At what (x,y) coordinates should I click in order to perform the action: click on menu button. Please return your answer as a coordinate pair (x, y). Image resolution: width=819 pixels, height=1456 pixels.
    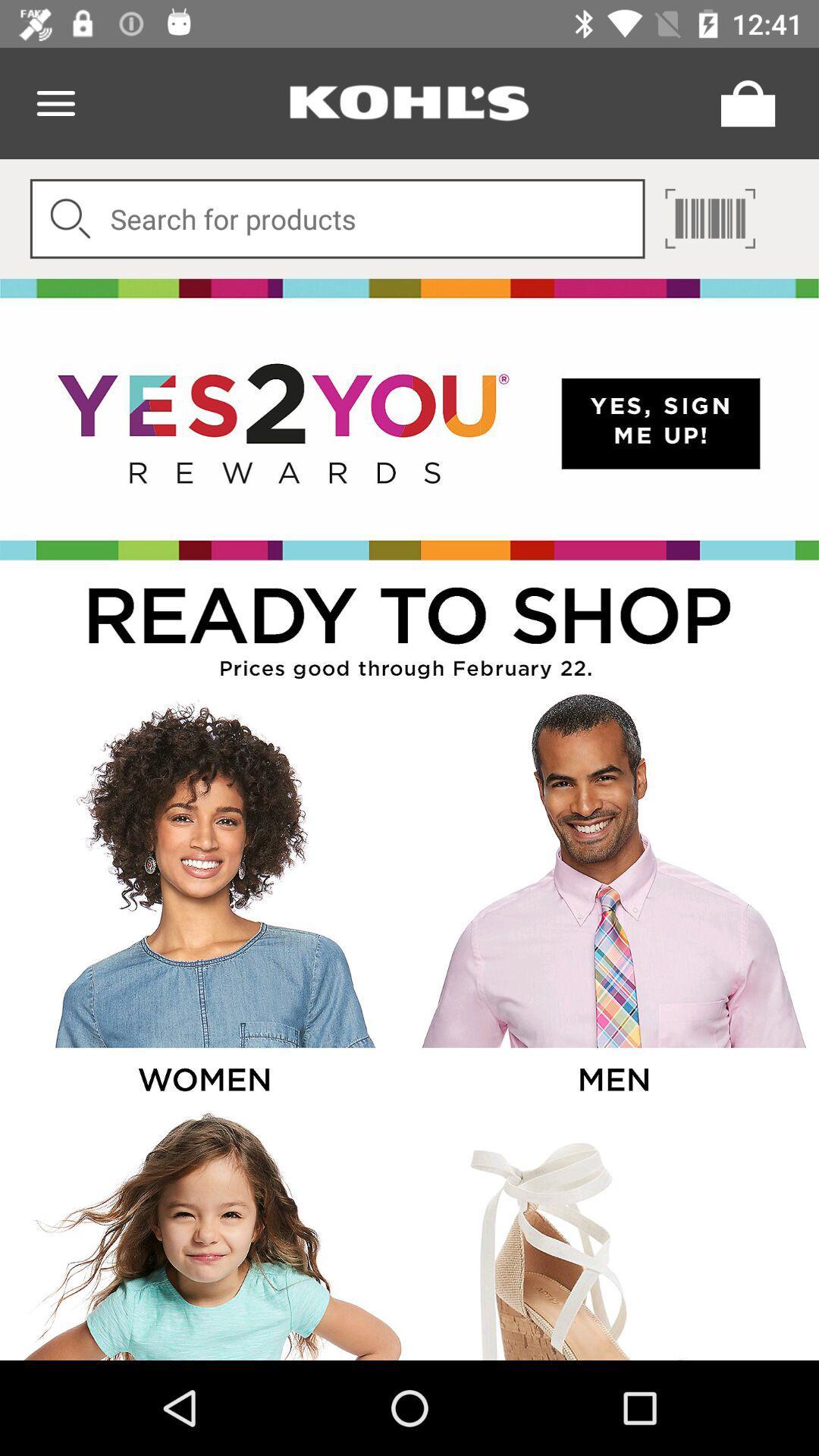
    Looking at the image, I should click on (55, 102).